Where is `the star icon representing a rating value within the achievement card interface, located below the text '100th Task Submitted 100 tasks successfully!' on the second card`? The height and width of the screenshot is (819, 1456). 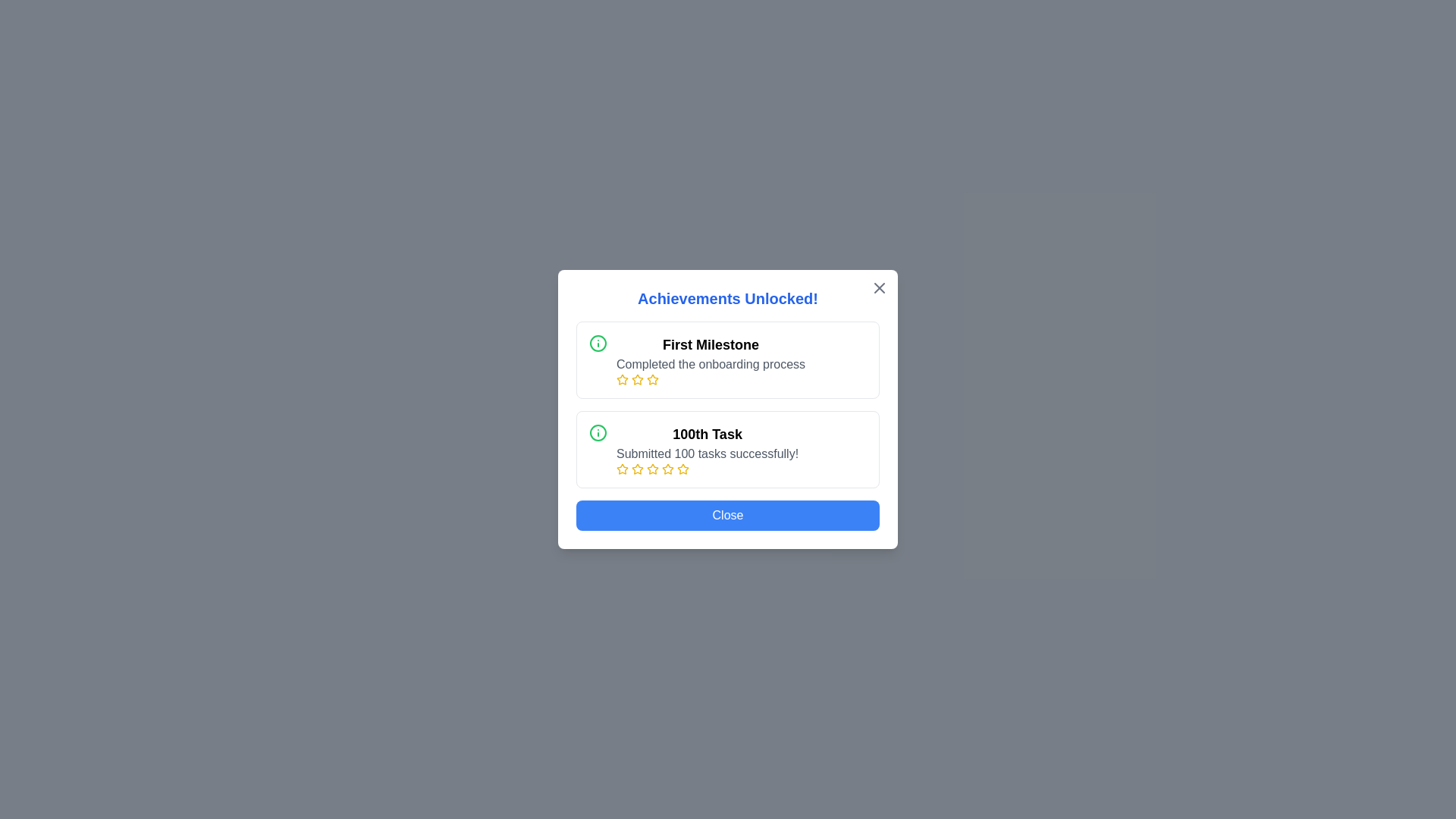 the star icon representing a rating value within the achievement card interface, located below the text '100th Task Submitted 100 tasks successfully!' on the second card is located at coordinates (667, 468).